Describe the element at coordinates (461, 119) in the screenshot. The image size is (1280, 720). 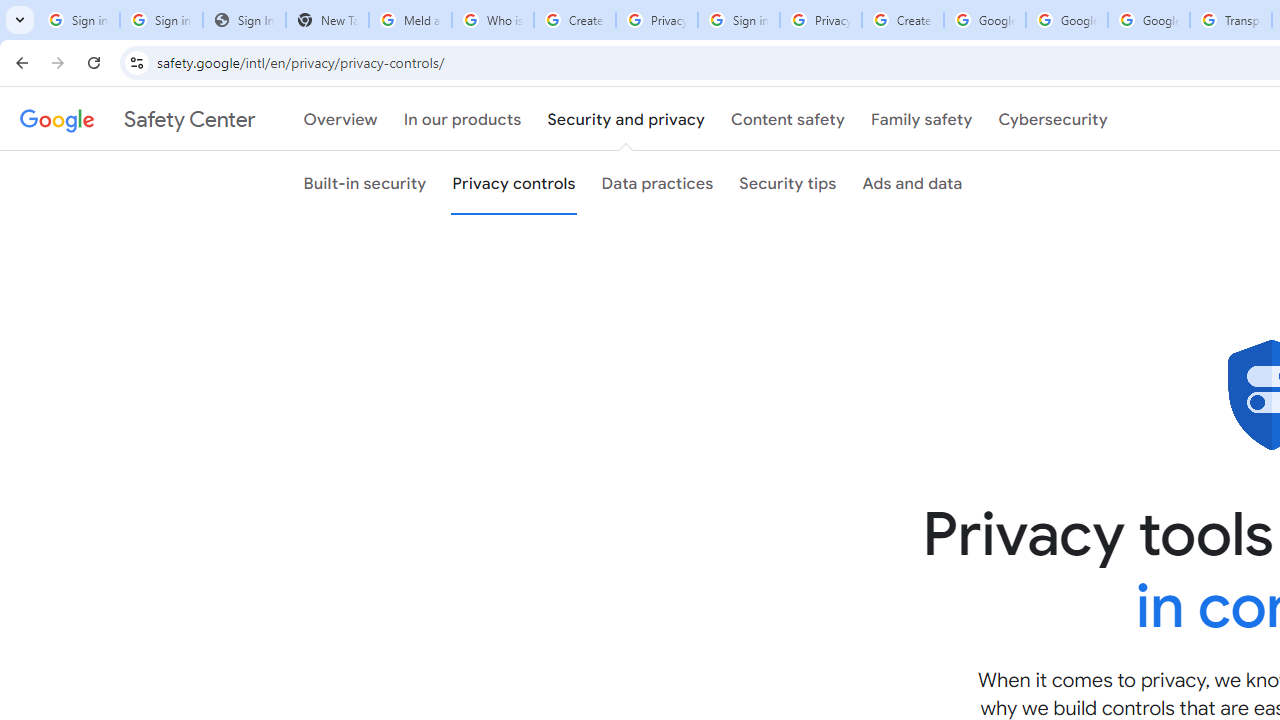
I see `'In our products'` at that location.